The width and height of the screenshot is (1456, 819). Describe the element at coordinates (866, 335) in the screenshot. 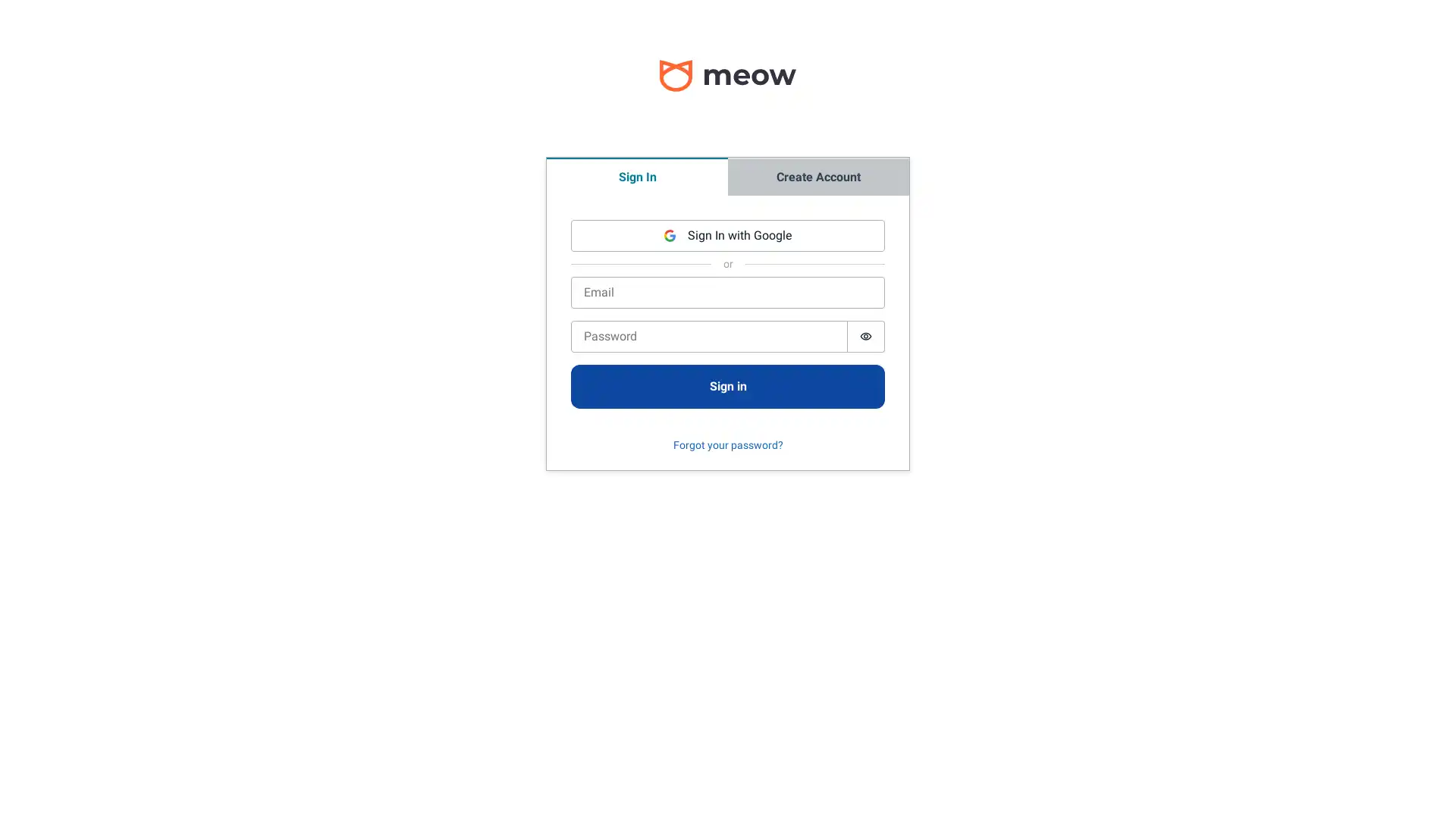

I see `Show password` at that location.